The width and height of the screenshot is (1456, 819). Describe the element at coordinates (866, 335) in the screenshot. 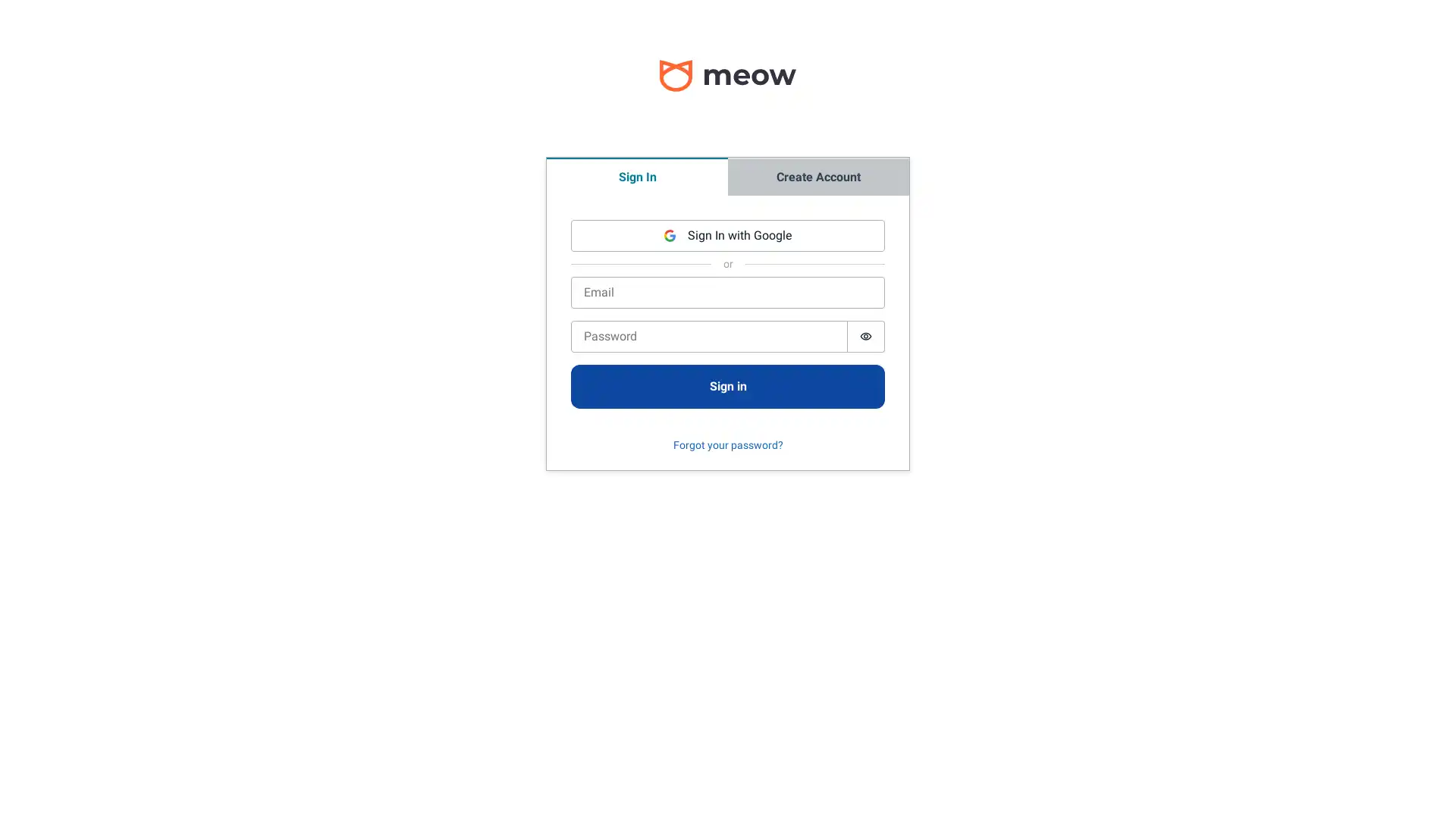

I see `Show password` at that location.